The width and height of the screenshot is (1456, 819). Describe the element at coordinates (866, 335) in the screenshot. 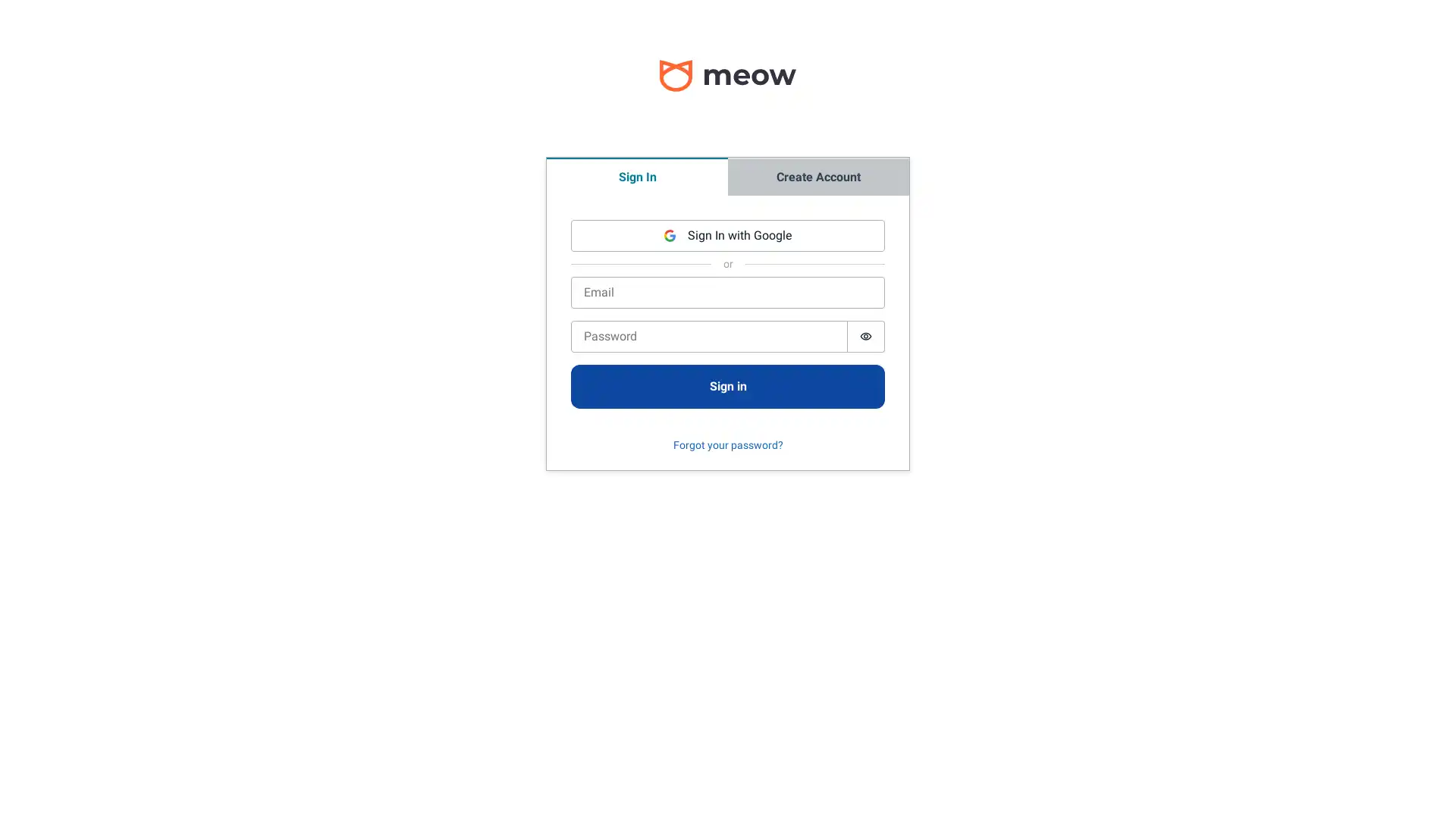

I see `Show password` at that location.